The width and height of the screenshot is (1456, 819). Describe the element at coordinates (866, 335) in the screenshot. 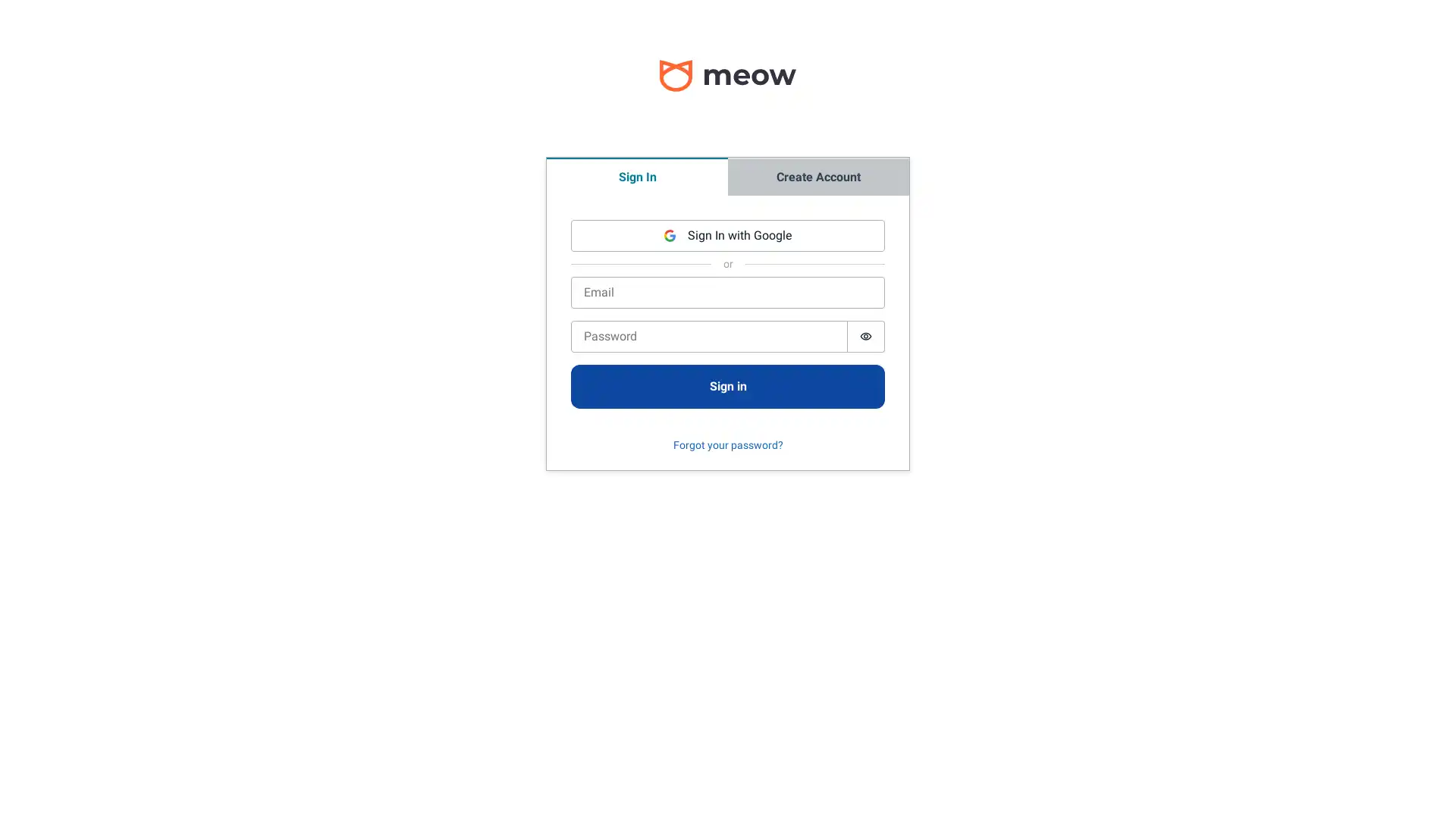

I see `Show password` at that location.